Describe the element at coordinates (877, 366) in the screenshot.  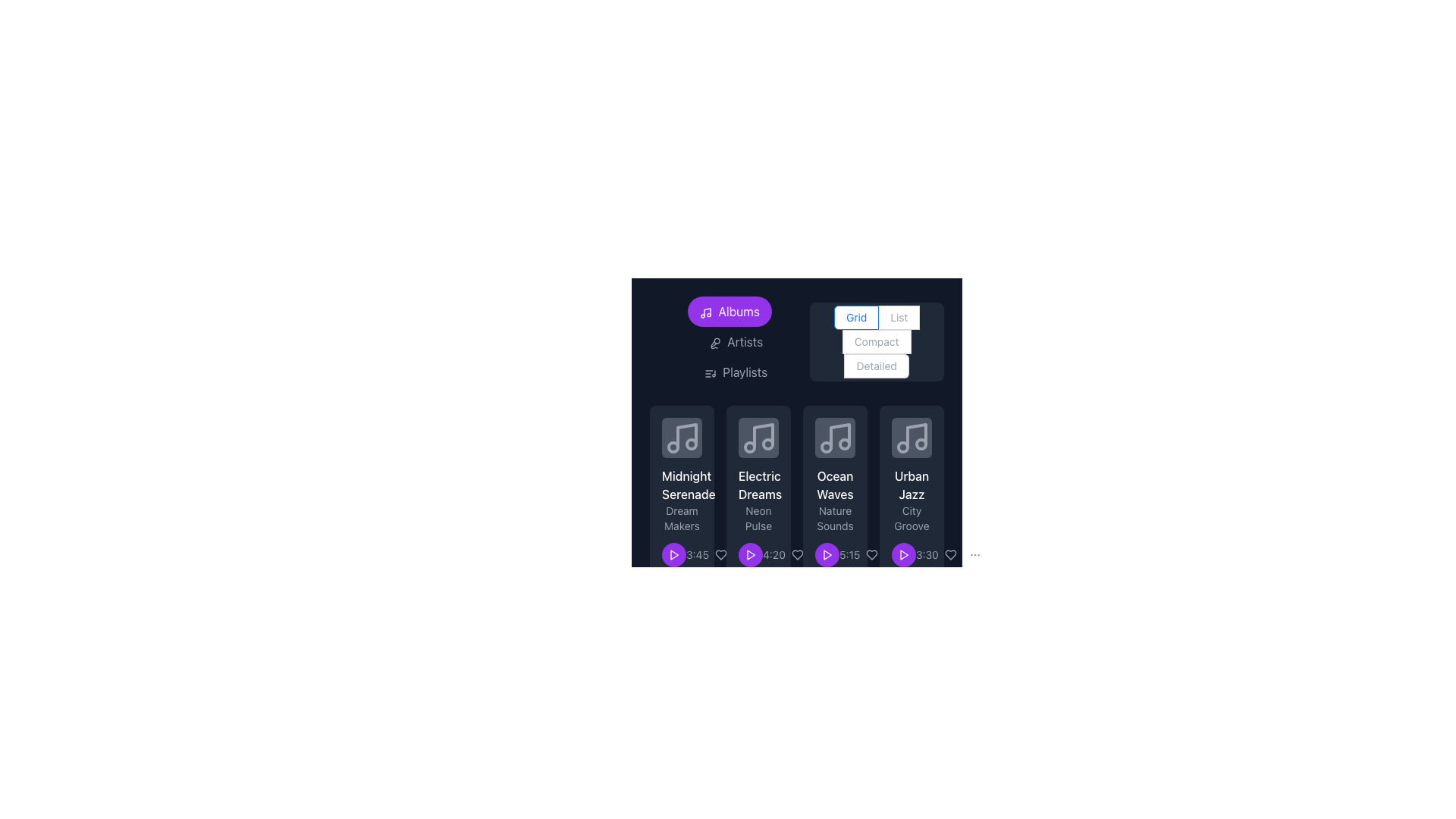
I see `the 'Detailed' radio button` at that location.